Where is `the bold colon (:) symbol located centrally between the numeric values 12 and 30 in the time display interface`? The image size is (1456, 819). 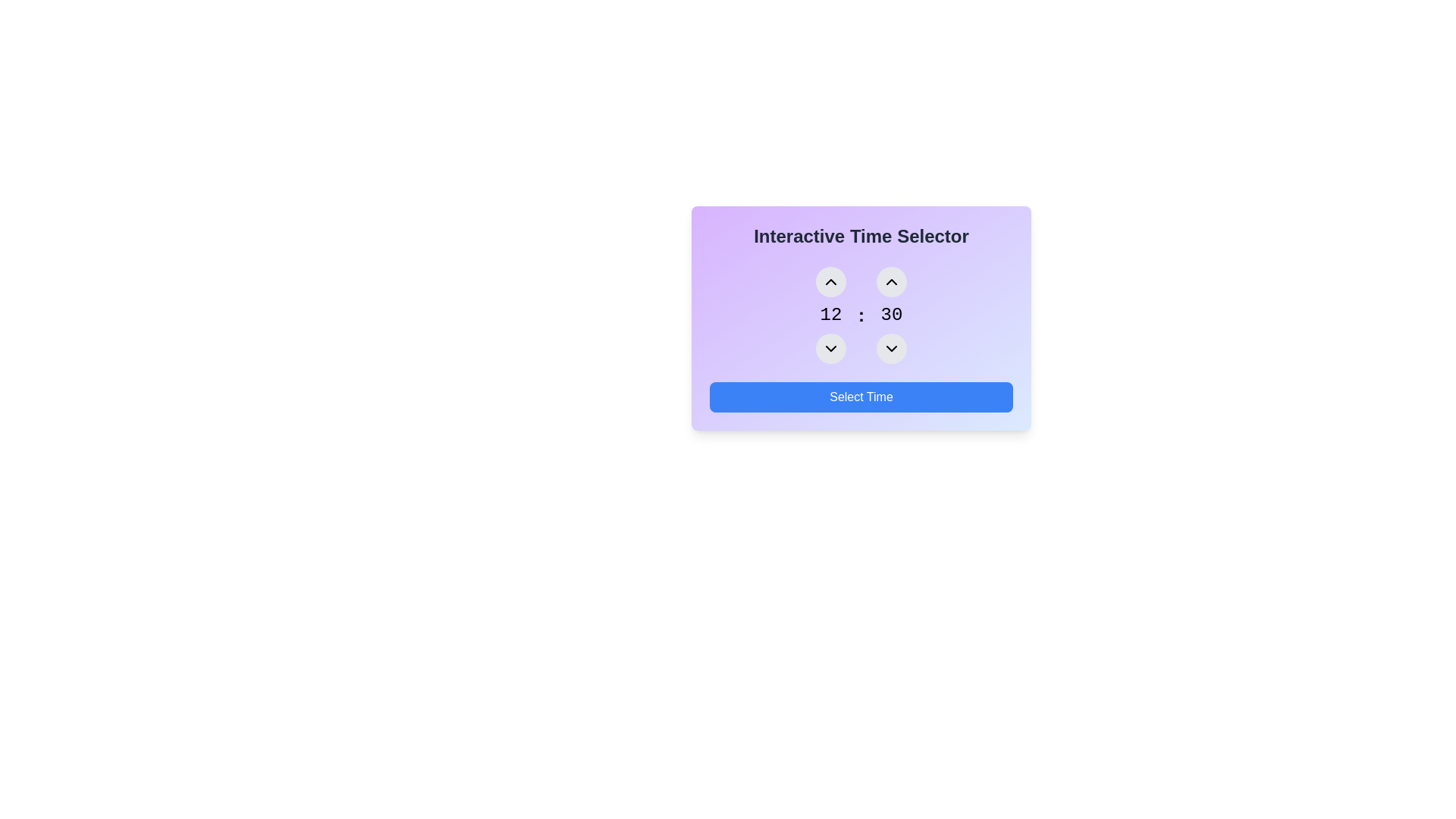
the bold colon (:) symbol located centrally between the numeric values 12 and 30 in the time display interface is located at coordinates (861, 315).